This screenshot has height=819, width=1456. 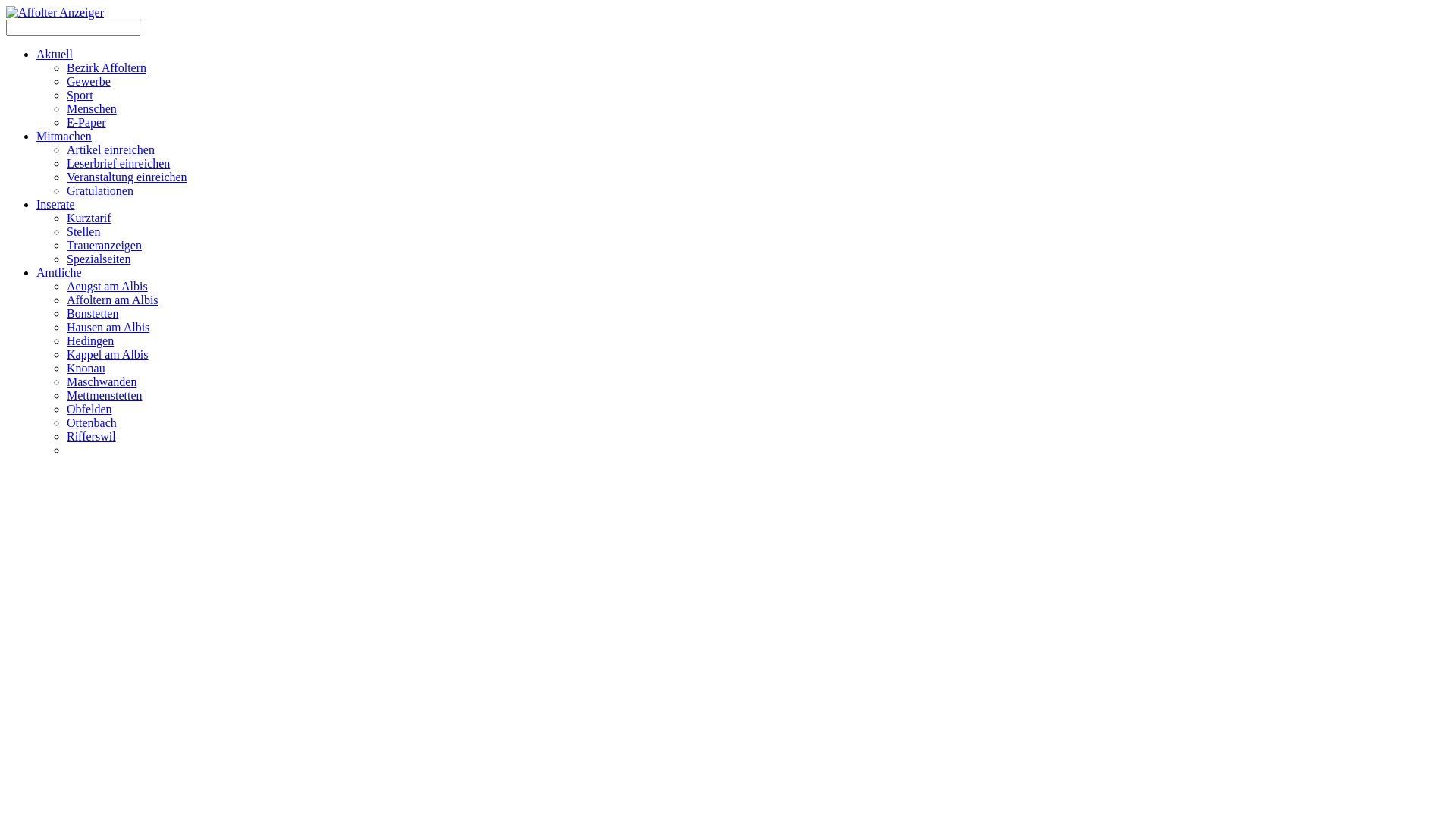 What do you see at coordinates (106, 286) in the screenshot?
I see `'Aeugst am Albis'` at bounding box center [106, 286].